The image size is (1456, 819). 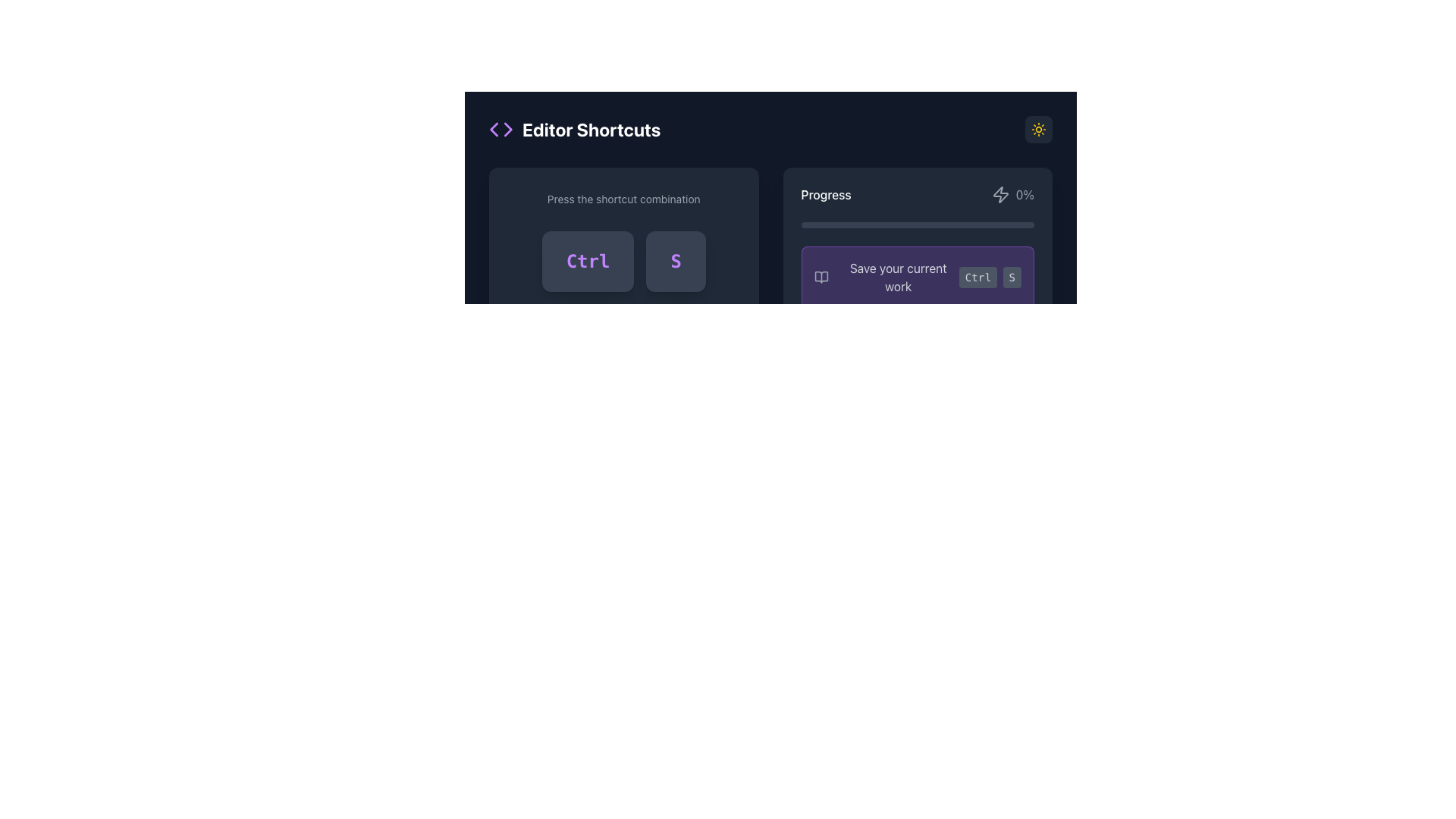 What do you see at coordinates (1037, 128) in the screenshot?
I see `the sun icon button located at the top-right corner of the header` at bounding box center [1037, 128].